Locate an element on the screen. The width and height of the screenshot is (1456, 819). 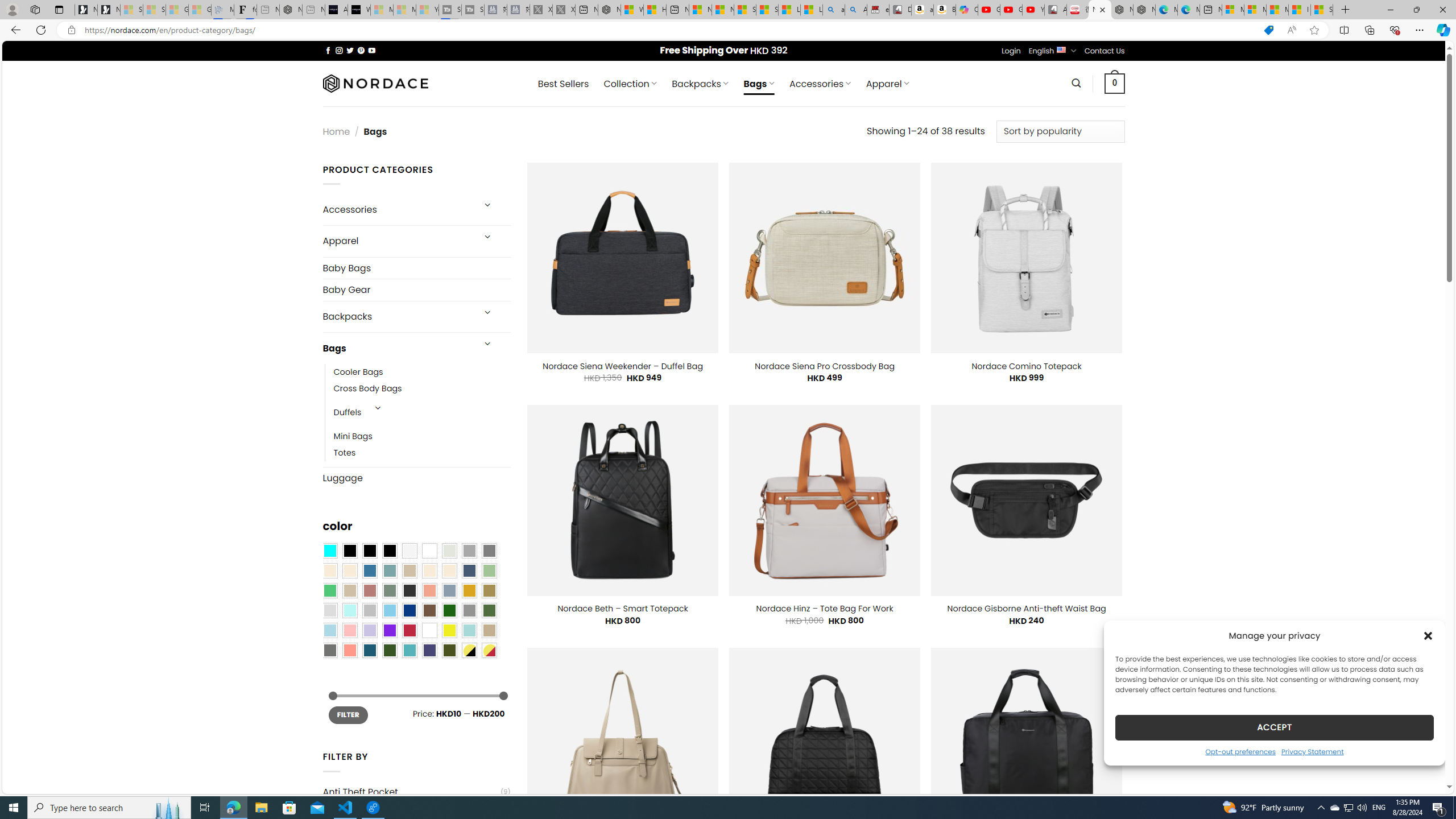
'Contact Us' is located at coordinates (1105, 51).